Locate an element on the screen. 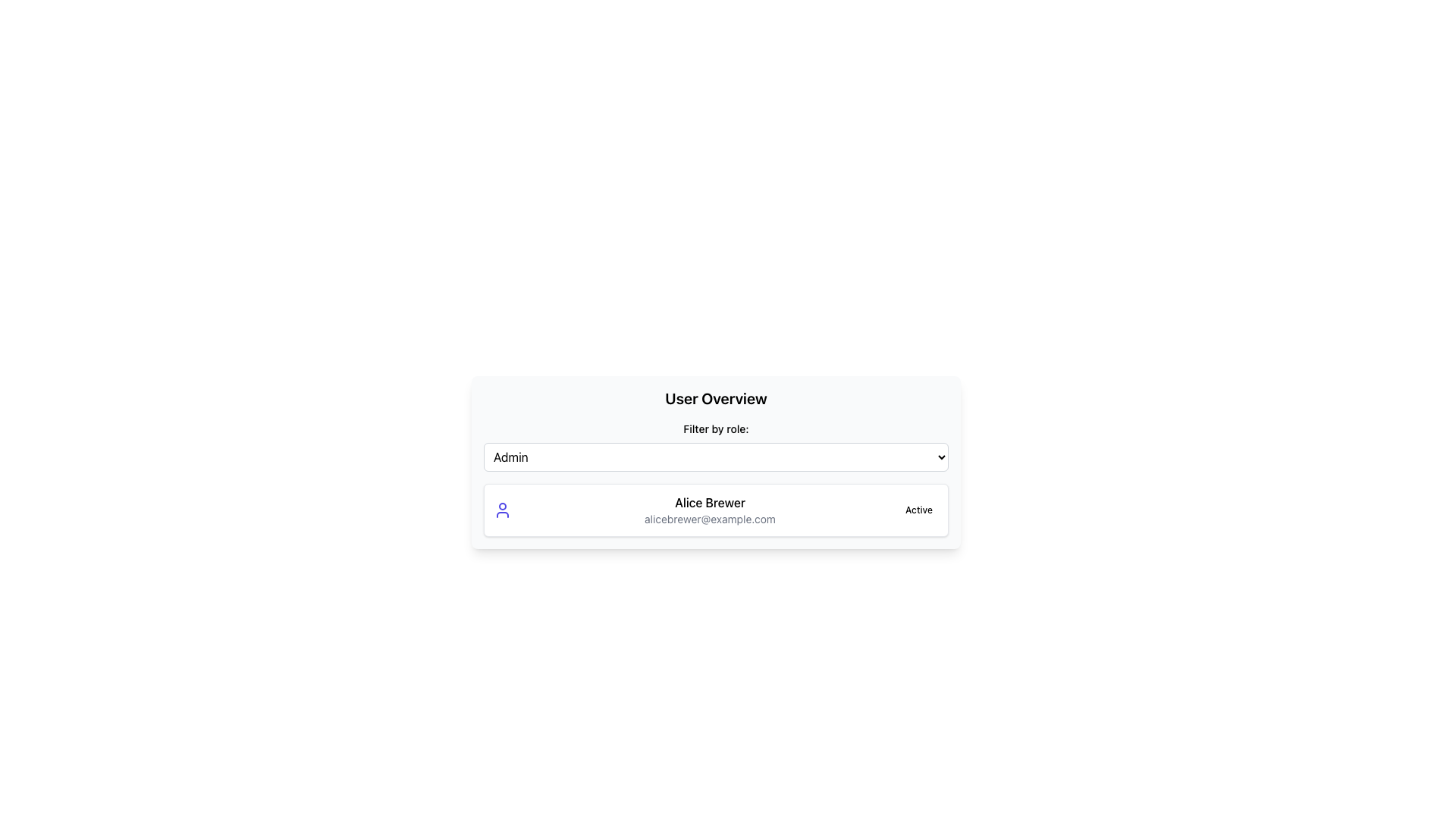 The height and width of the screenshot is (819, 1456). the bold text label displaying the name 'Alice Brewer' located at the top of the user card section within the User Overview panel is located at coordinates (709, 503).